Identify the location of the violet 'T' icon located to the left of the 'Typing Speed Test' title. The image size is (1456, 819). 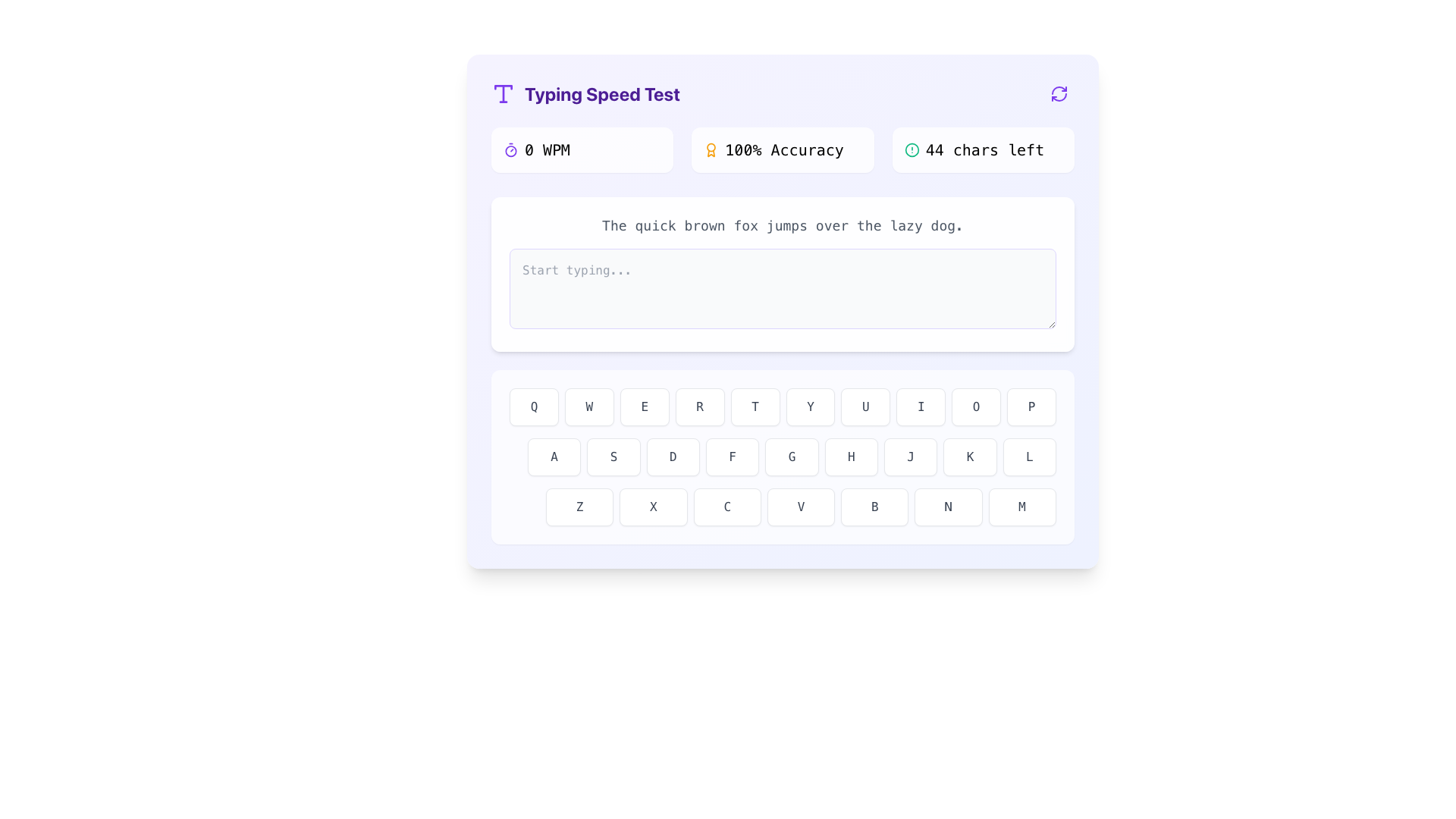
(503, 93).